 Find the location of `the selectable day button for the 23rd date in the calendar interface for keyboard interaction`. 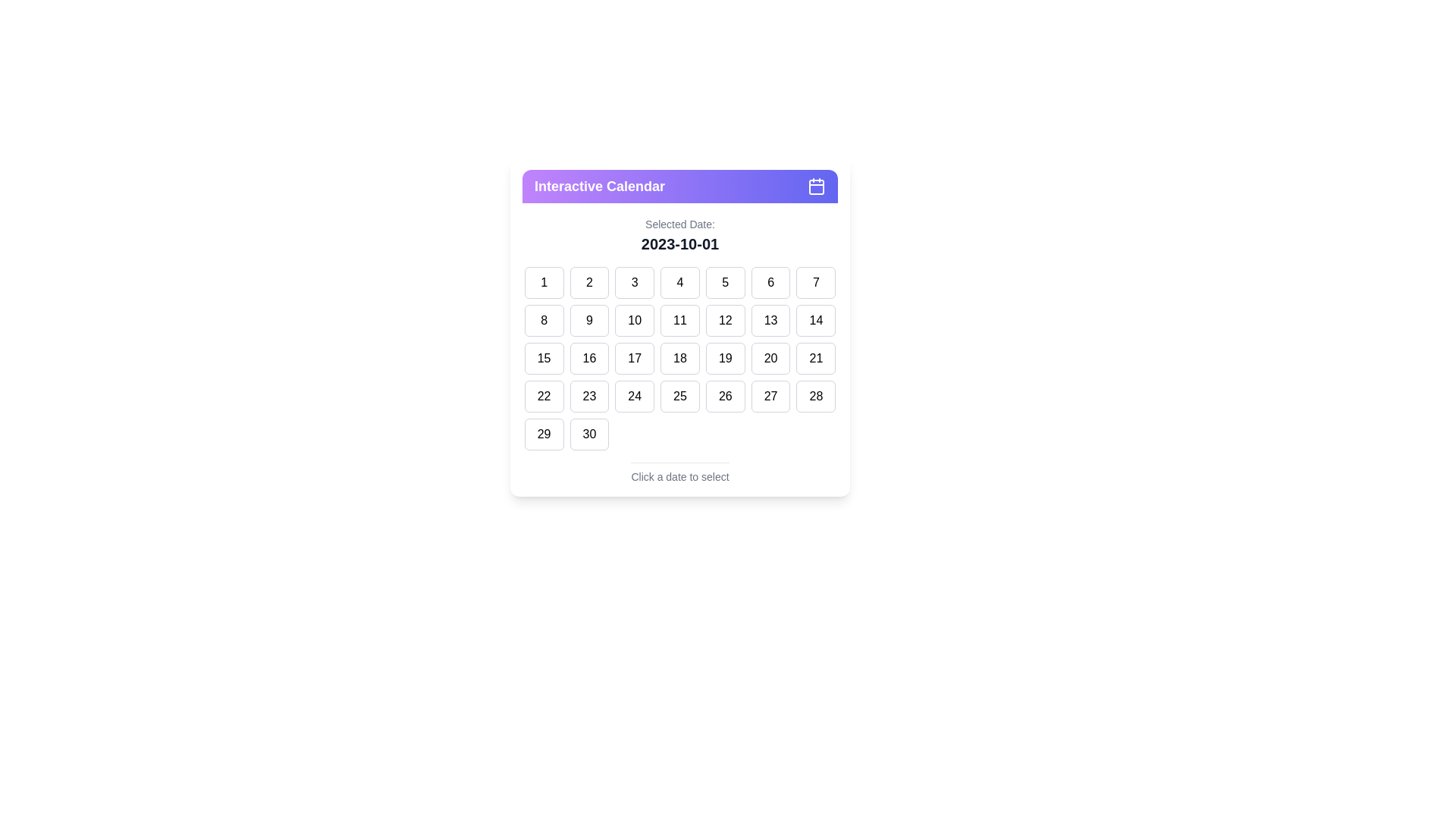

the selectable day button for the 23rd date in the calendar interface for keyboard interaction is located at coordinates (588, 396).